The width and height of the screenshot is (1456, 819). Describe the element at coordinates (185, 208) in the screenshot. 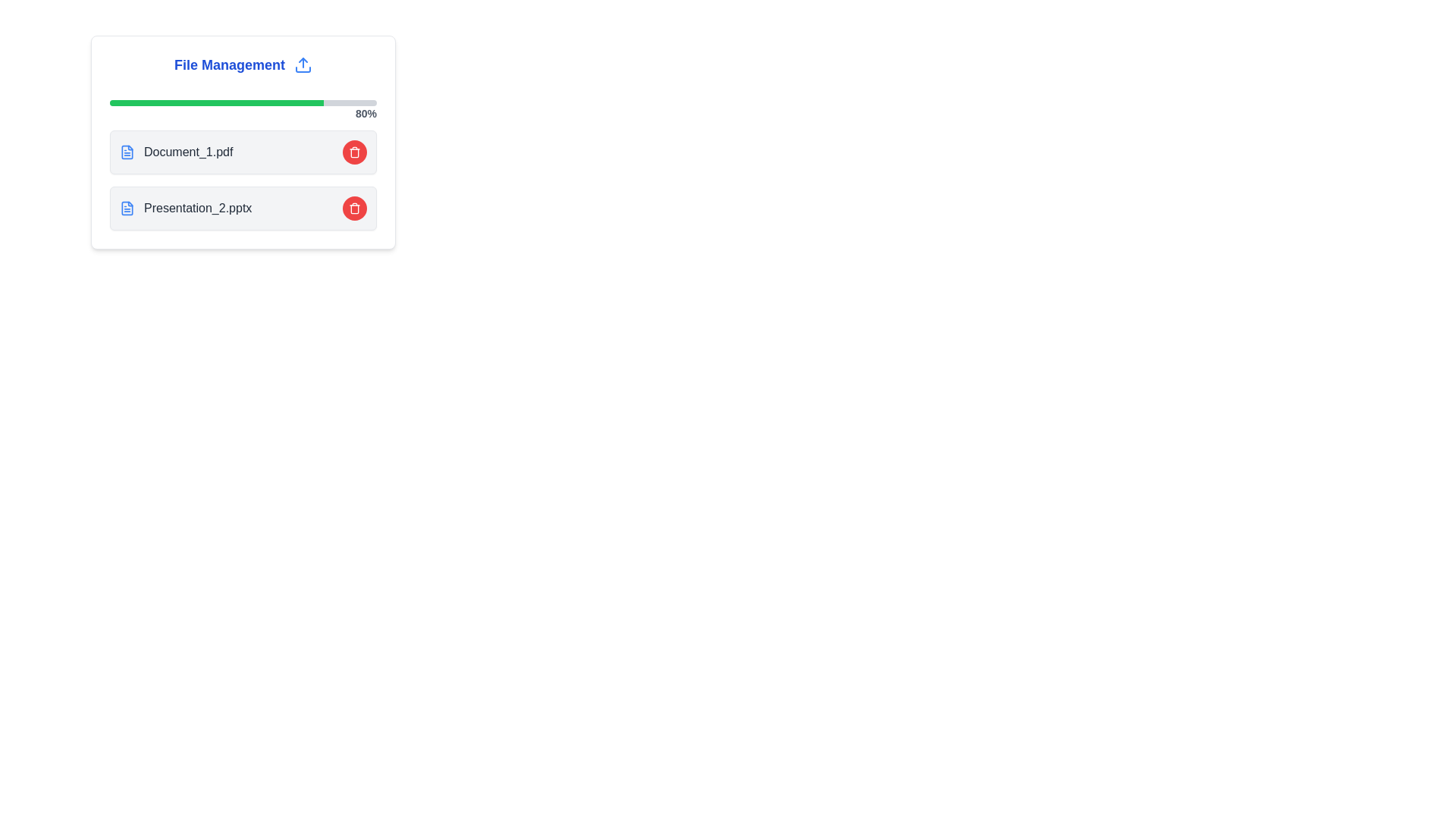

I see `the filename 'Presentation_2.pptx'` at that location.